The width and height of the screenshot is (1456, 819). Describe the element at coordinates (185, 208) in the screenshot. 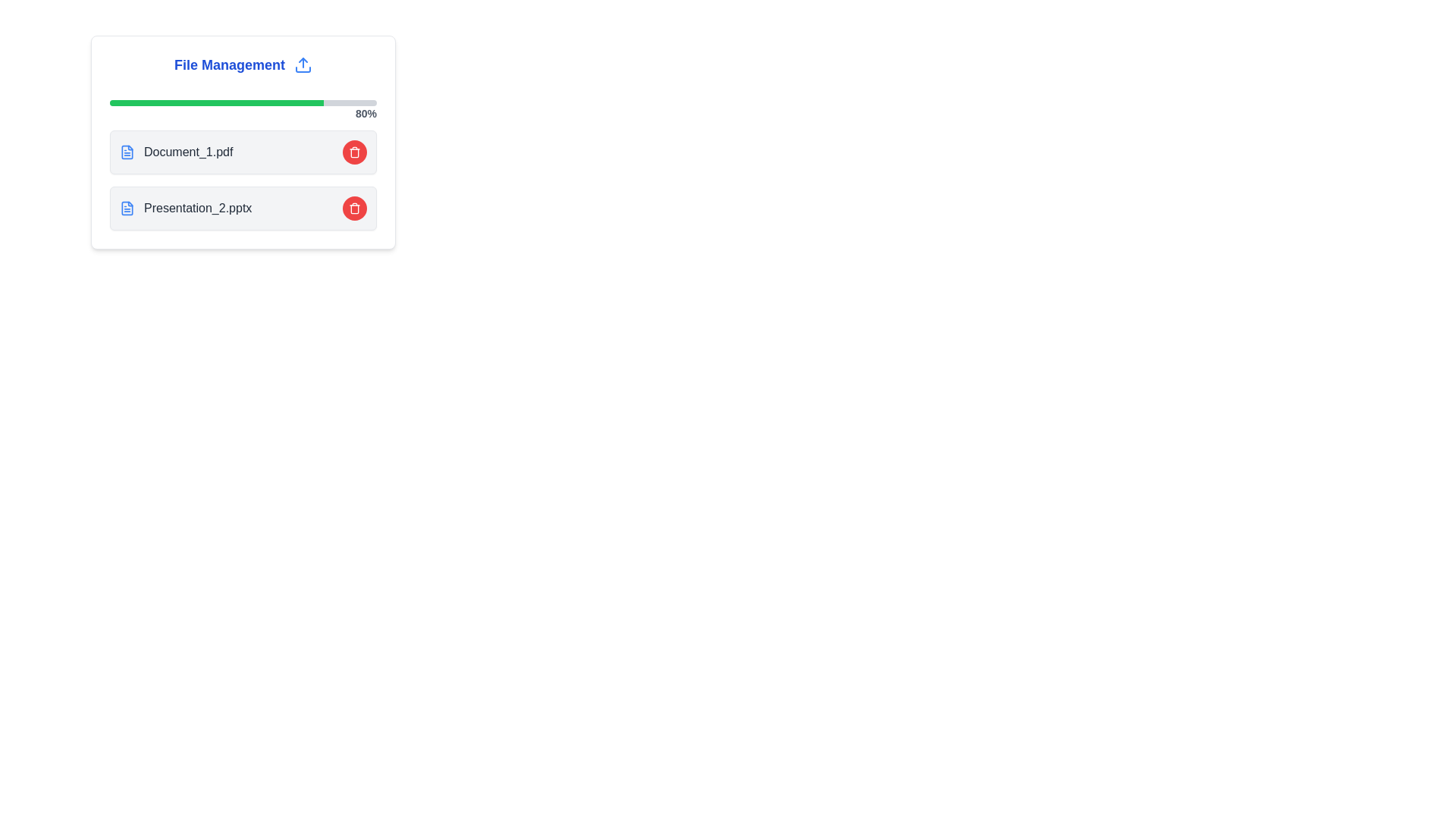

I see `the filename 'Presentation_2.pptx'` at that location.